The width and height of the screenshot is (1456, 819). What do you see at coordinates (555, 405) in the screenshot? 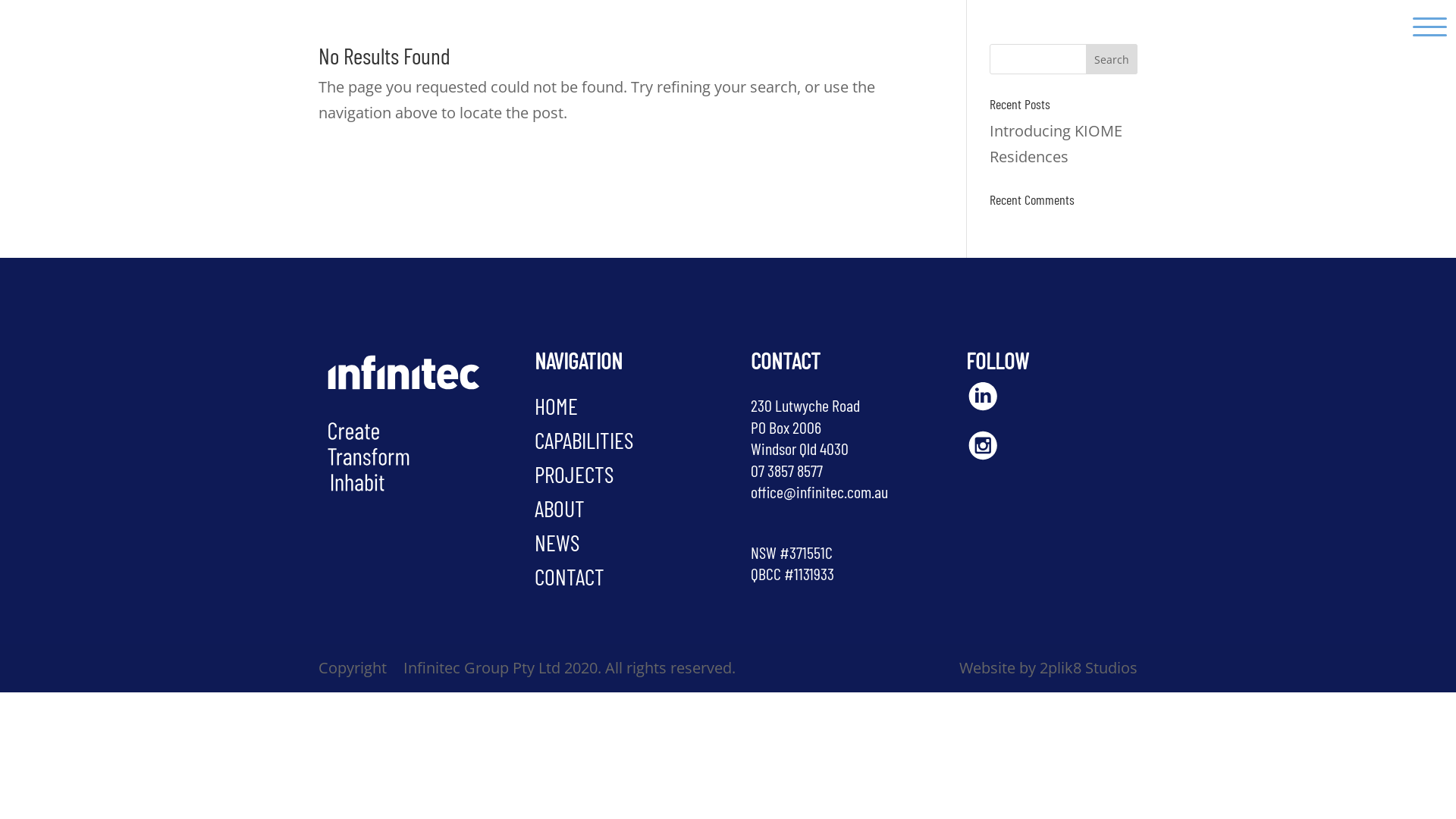
I see `'HOME'` at bounding box center [555, 405].